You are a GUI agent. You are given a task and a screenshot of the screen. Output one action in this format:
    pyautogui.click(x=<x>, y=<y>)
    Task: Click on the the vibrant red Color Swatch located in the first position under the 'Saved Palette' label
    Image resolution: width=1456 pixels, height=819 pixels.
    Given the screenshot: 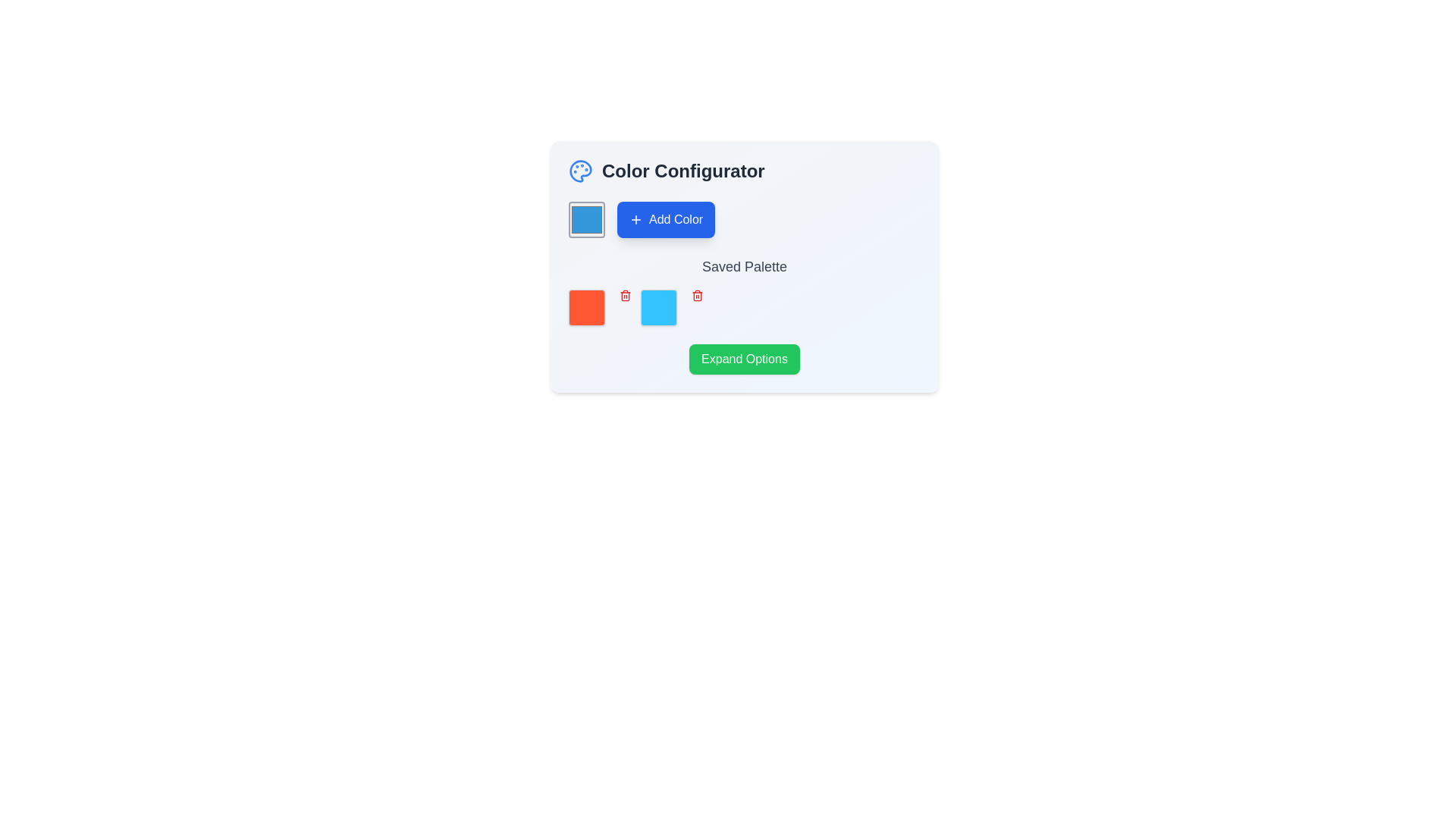 What is the action you would take?
    pyautogui.click(x=599, y=307)
    